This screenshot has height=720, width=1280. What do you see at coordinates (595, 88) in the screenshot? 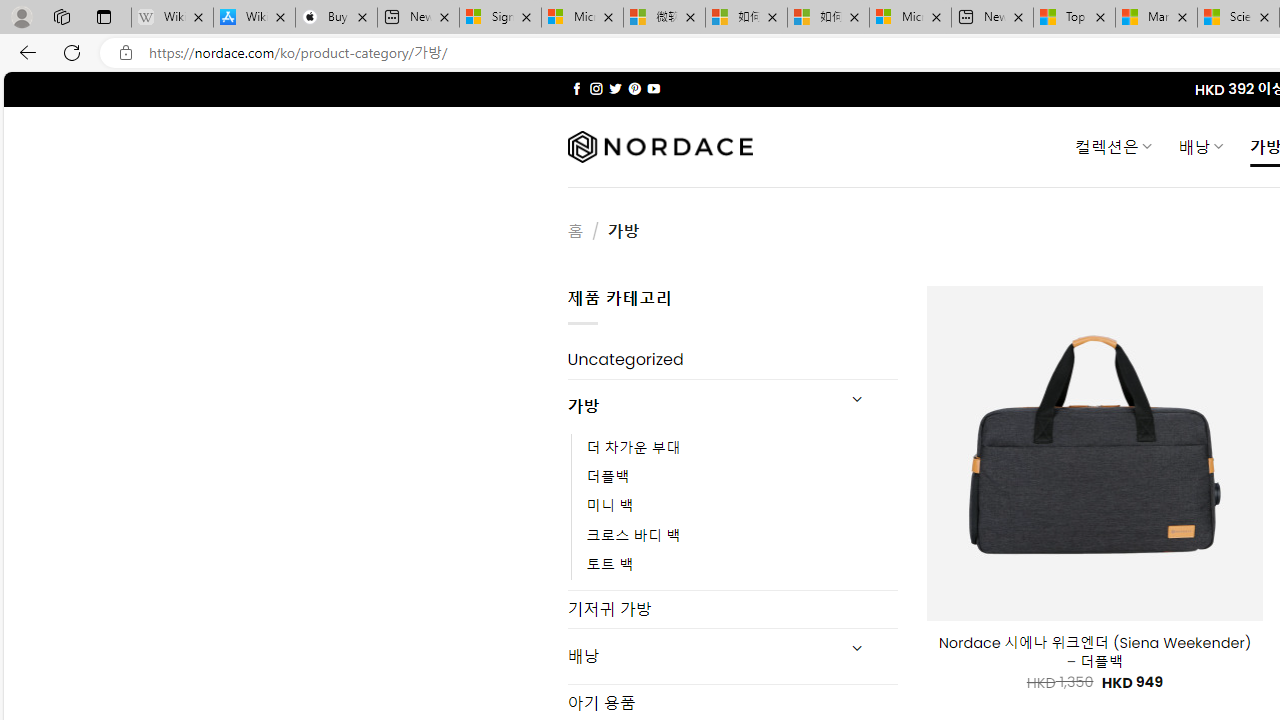
I see `'Follow on Instagram'` at bounding box center [595, 88].